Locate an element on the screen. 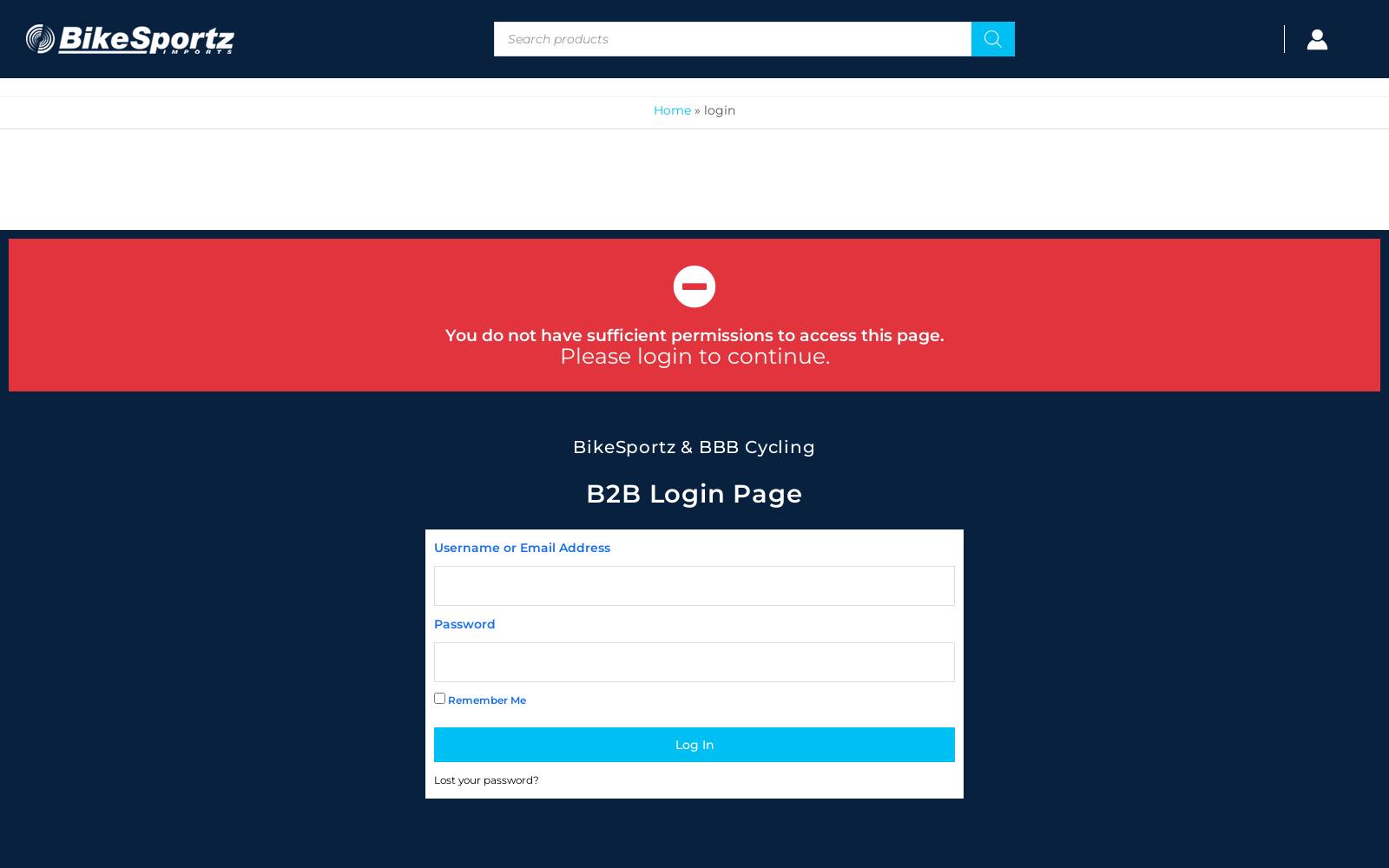  'BikeSportz & BBB Cycling' is located at coordinates (694, 447).